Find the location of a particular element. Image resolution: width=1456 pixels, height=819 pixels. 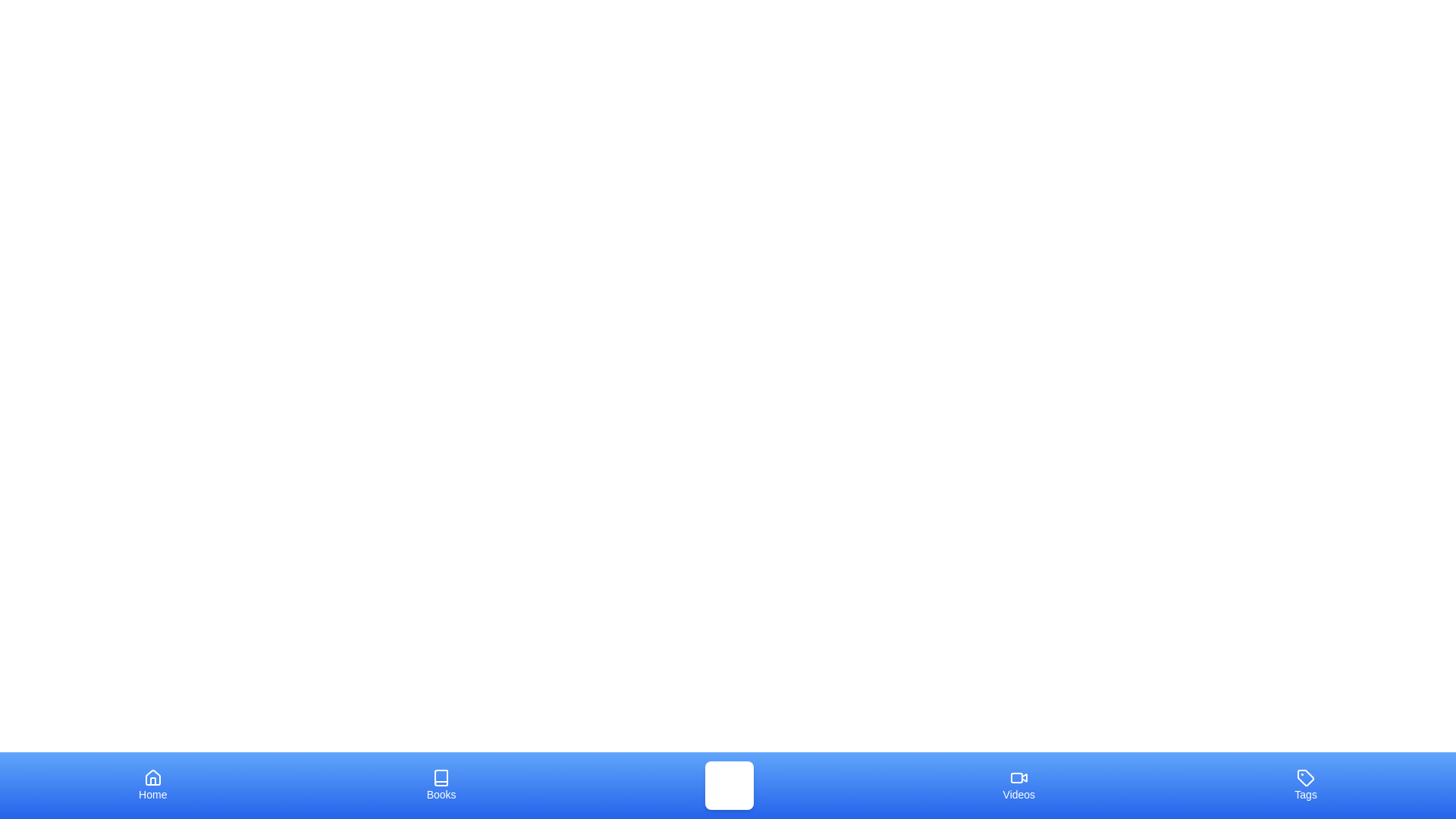

the Books tab to activate it is located at coordinates (441, 785).